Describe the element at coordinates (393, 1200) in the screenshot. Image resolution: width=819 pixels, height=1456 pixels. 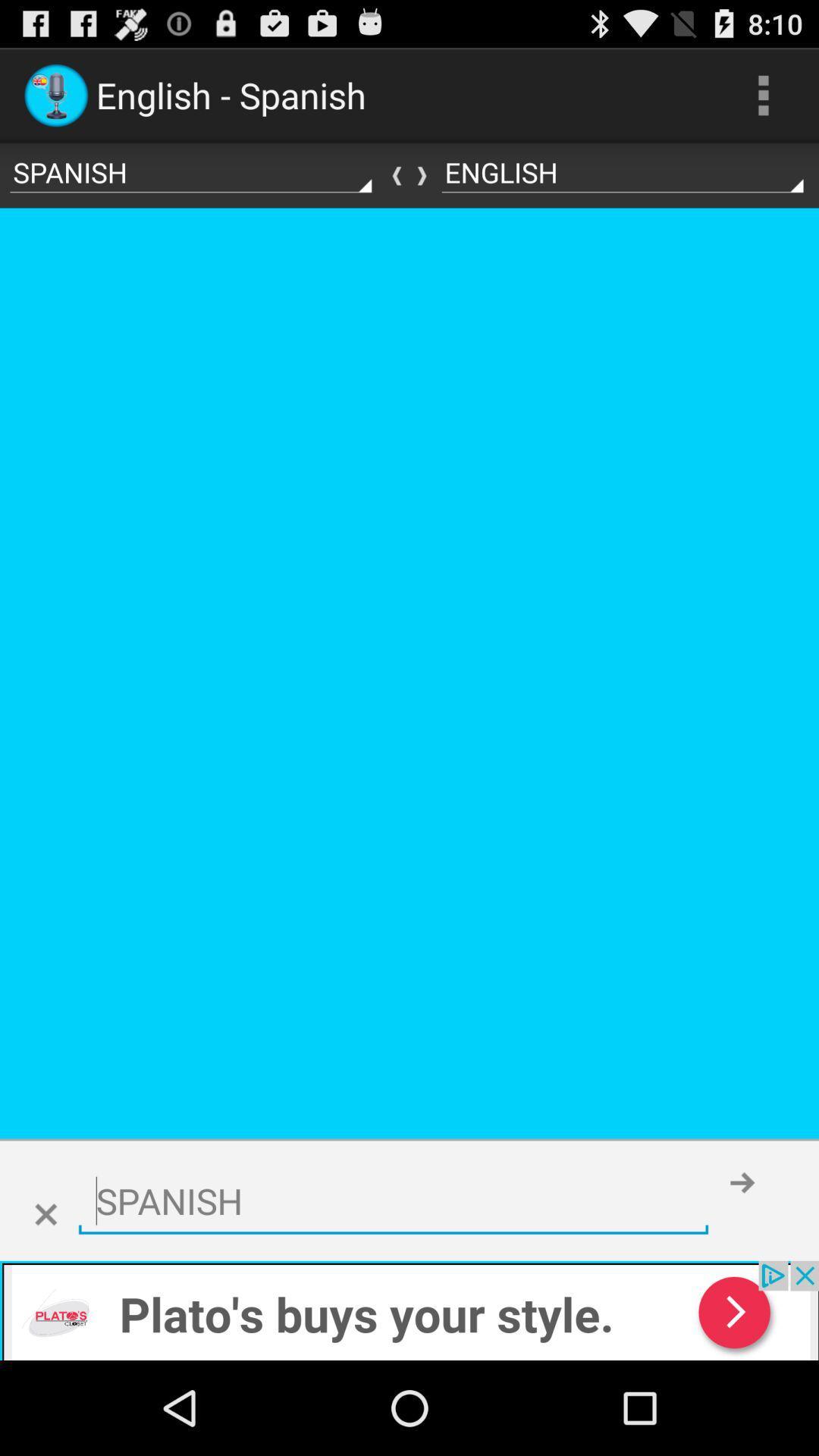
I see `spanish box` at that location.